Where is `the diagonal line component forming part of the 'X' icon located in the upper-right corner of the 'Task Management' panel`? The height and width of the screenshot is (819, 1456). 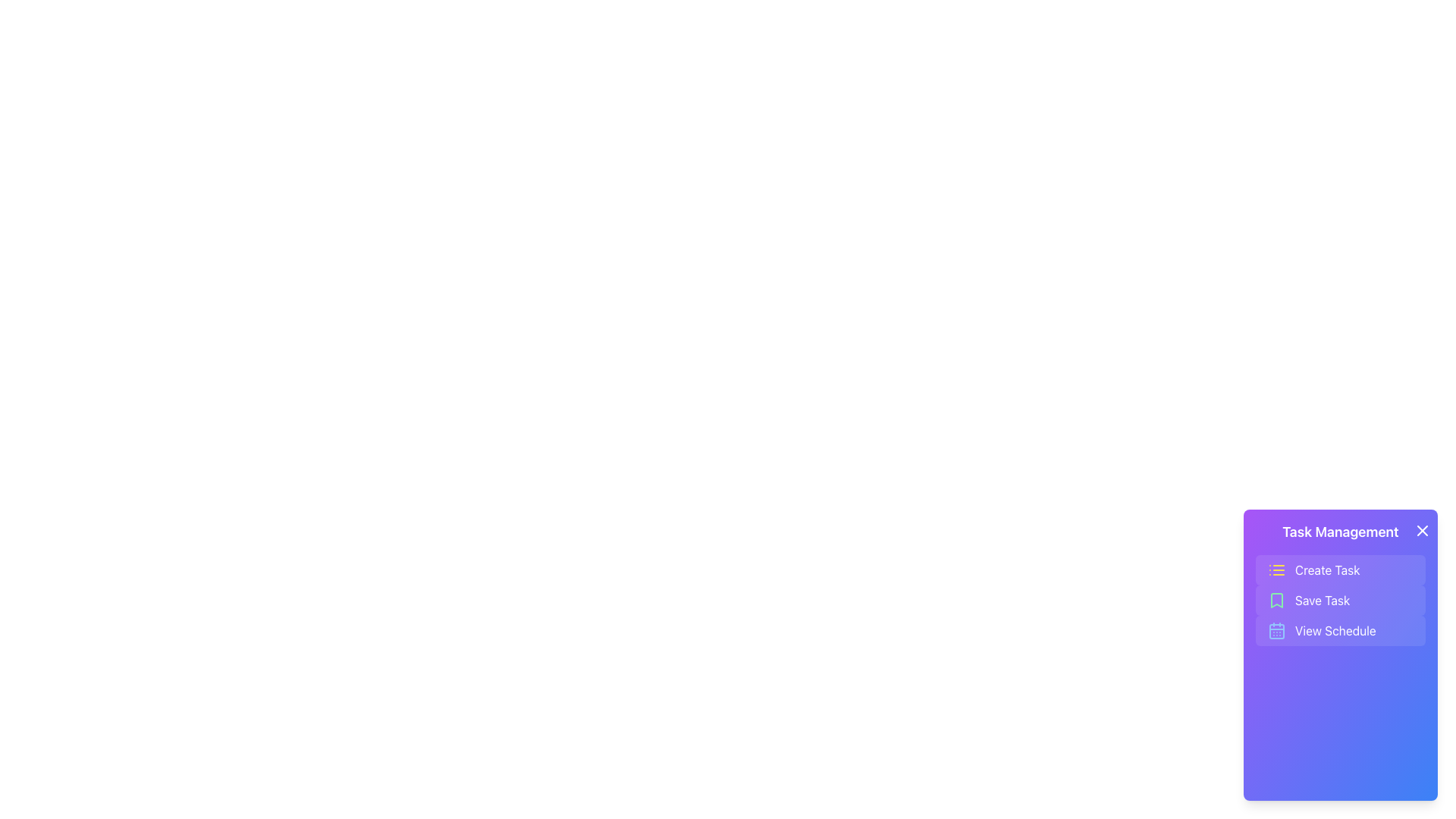 the diagonal line component forming part of the 'X' icon located in the upper-right corner of the 'Task Management' panel is located at coordinates (1422, 529).